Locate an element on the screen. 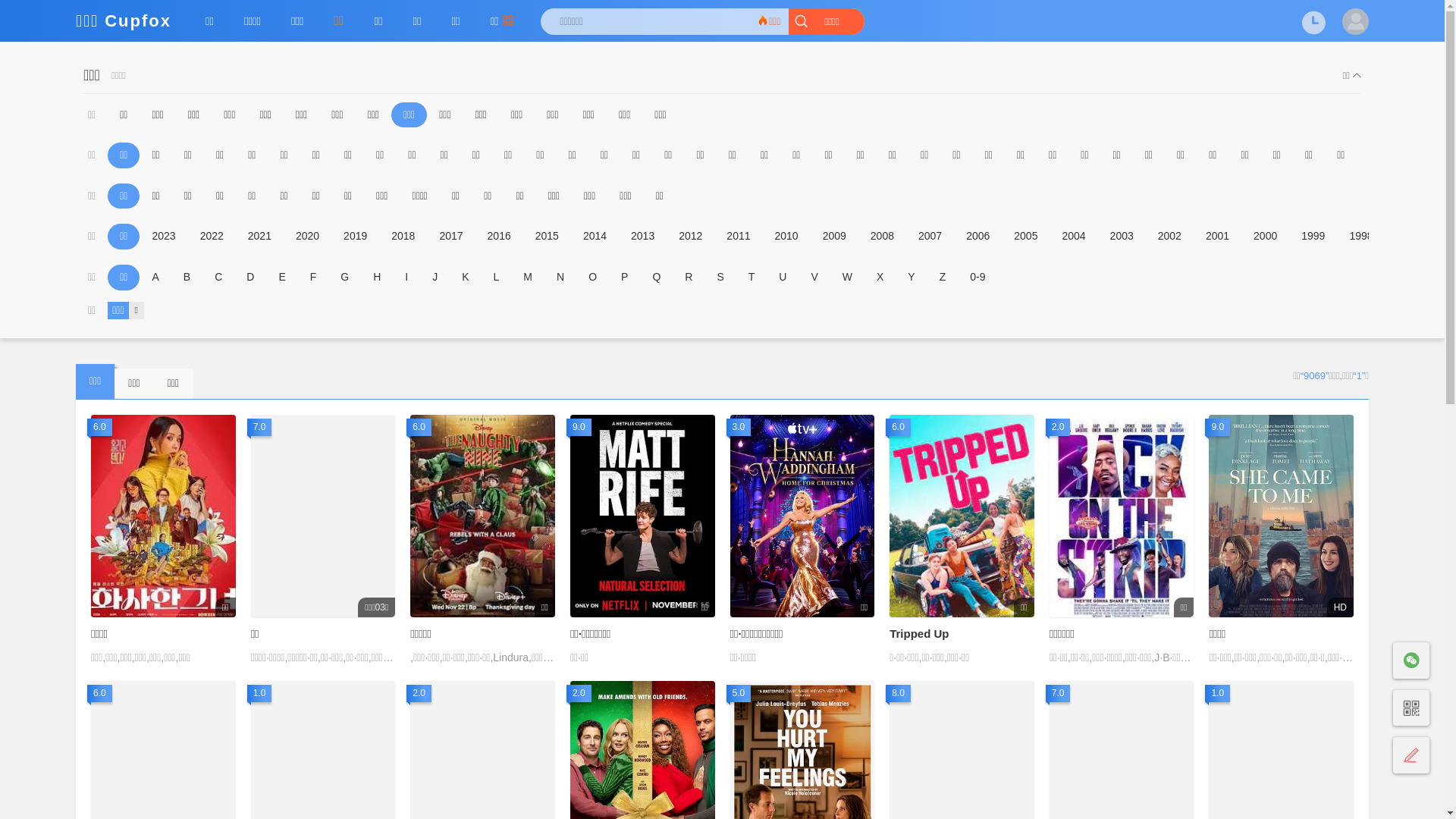  'H' is located at coordinates (359, 278).